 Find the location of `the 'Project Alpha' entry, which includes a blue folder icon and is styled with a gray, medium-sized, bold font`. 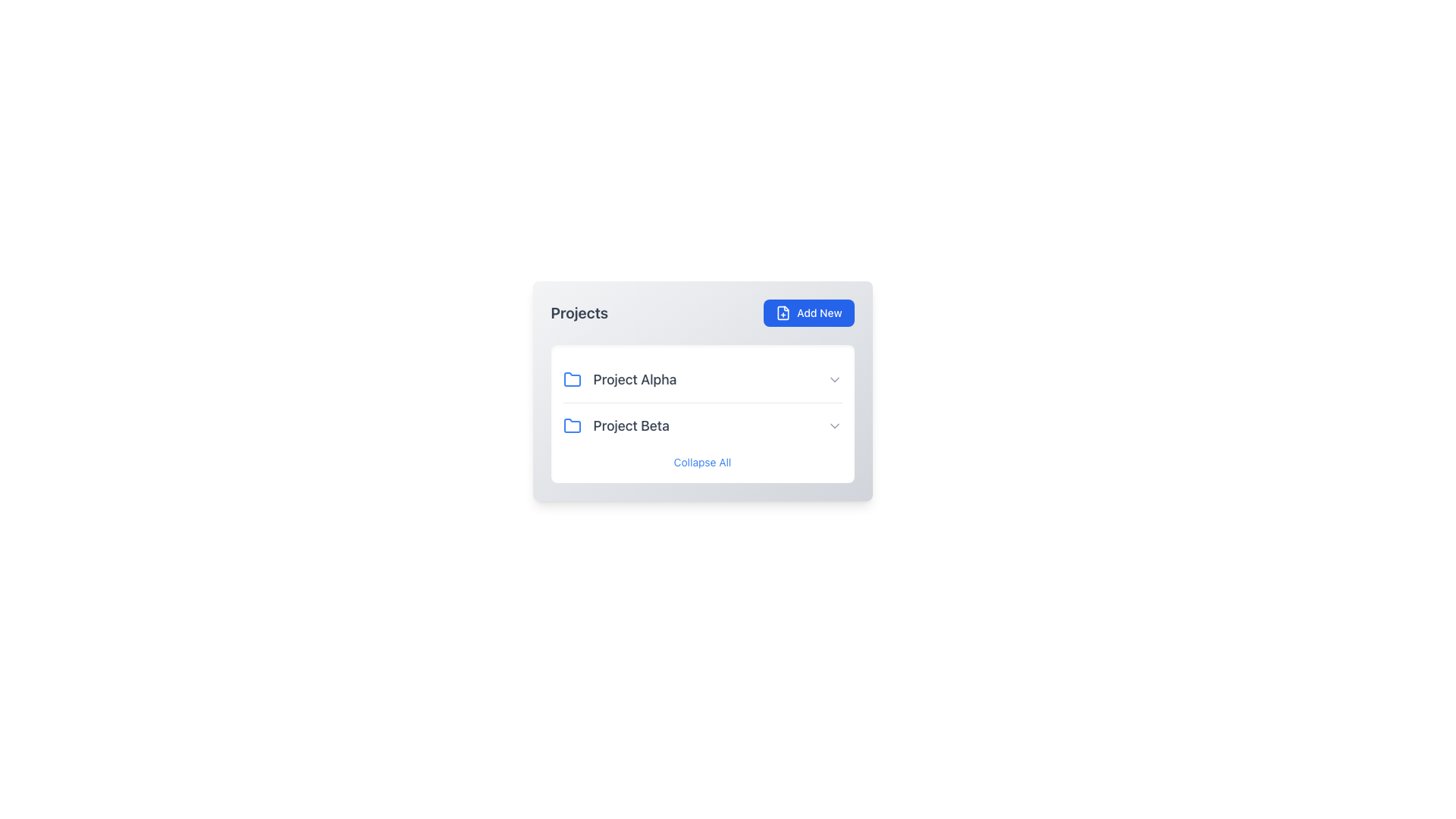

the 'Project Alpha' entry, which includes a blue folder icon and is styled with a gray, medium-sized, bold font is located at coordinates (620, 379).